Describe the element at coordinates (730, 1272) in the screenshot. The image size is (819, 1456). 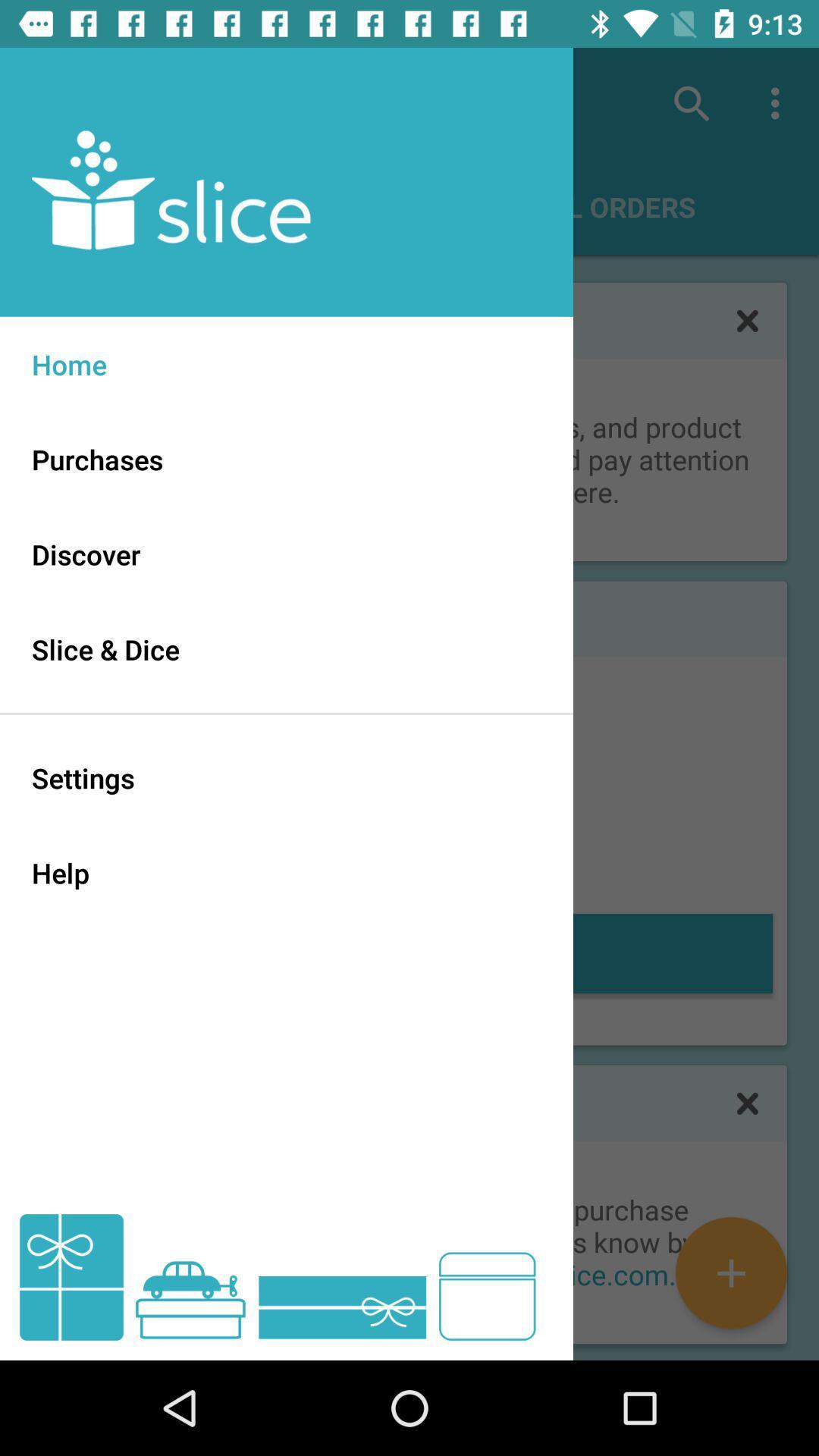
I see `the add icon` at that location.